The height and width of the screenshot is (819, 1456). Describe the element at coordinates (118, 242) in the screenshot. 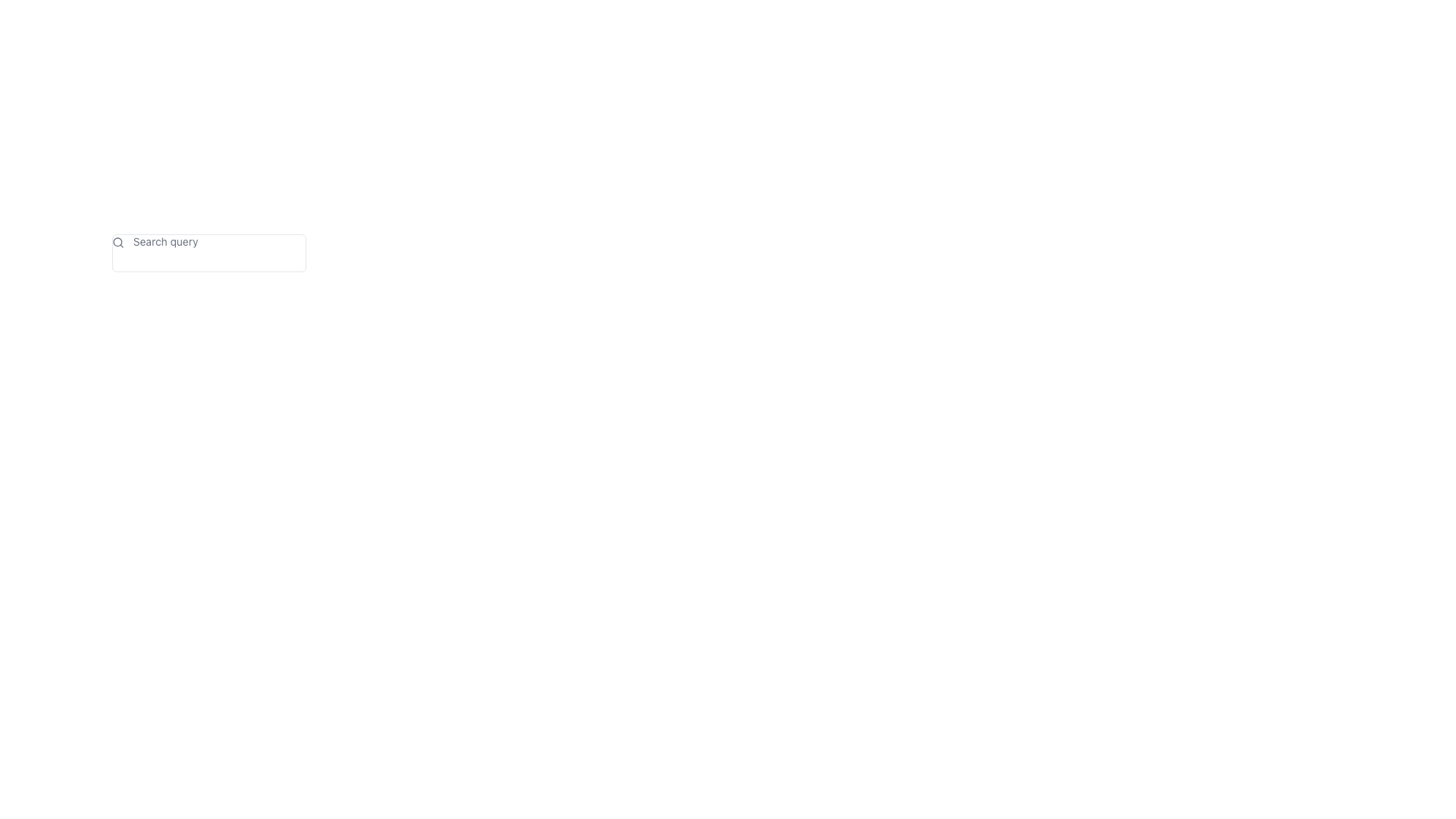

I see `the magnifying glass icon located to the left of the 'Search query' text to initiate a search operation` at that location.